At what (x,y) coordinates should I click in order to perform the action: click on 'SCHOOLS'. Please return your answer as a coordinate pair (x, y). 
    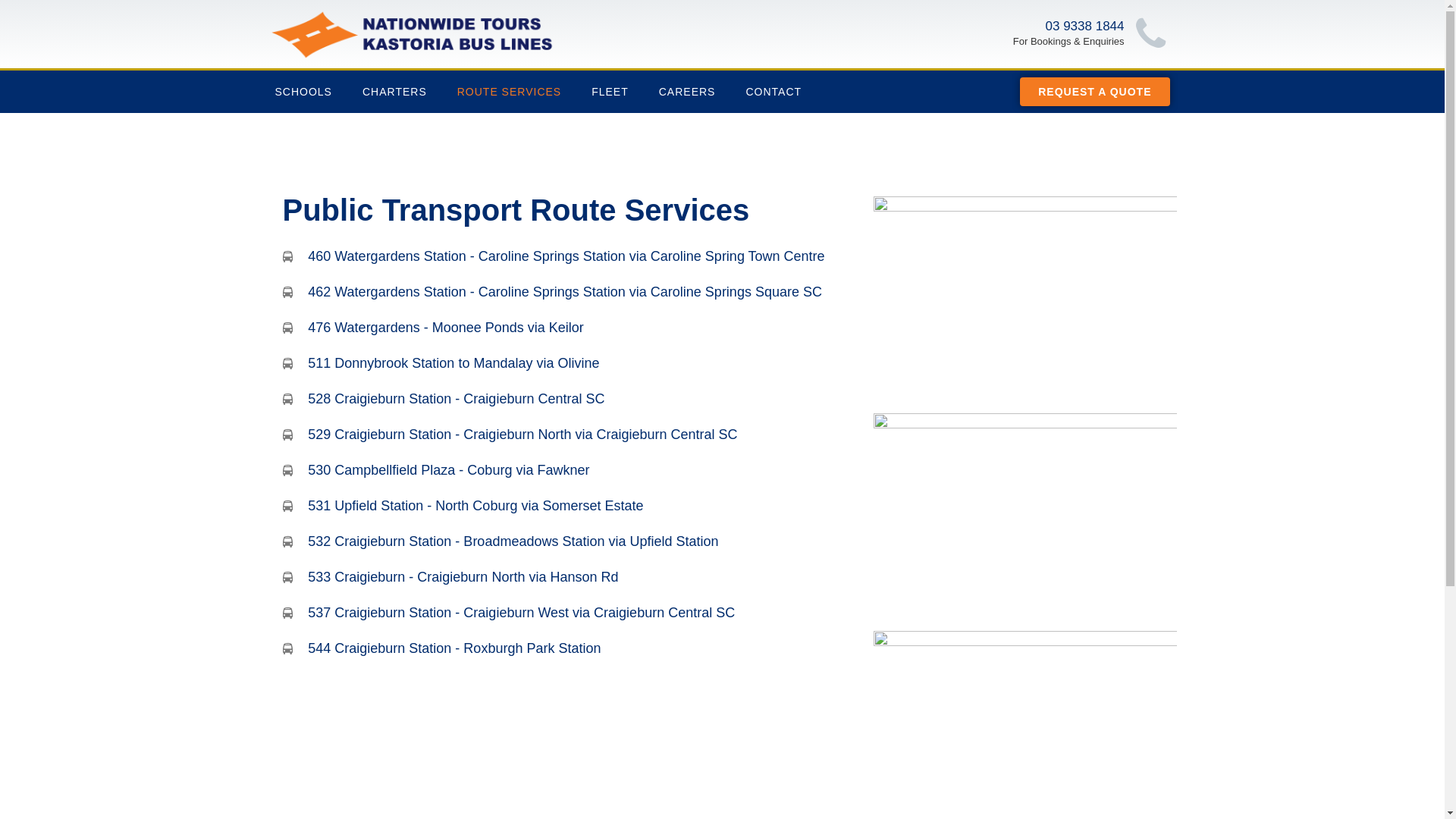
    Looking at the image, I should click on (303, 91).